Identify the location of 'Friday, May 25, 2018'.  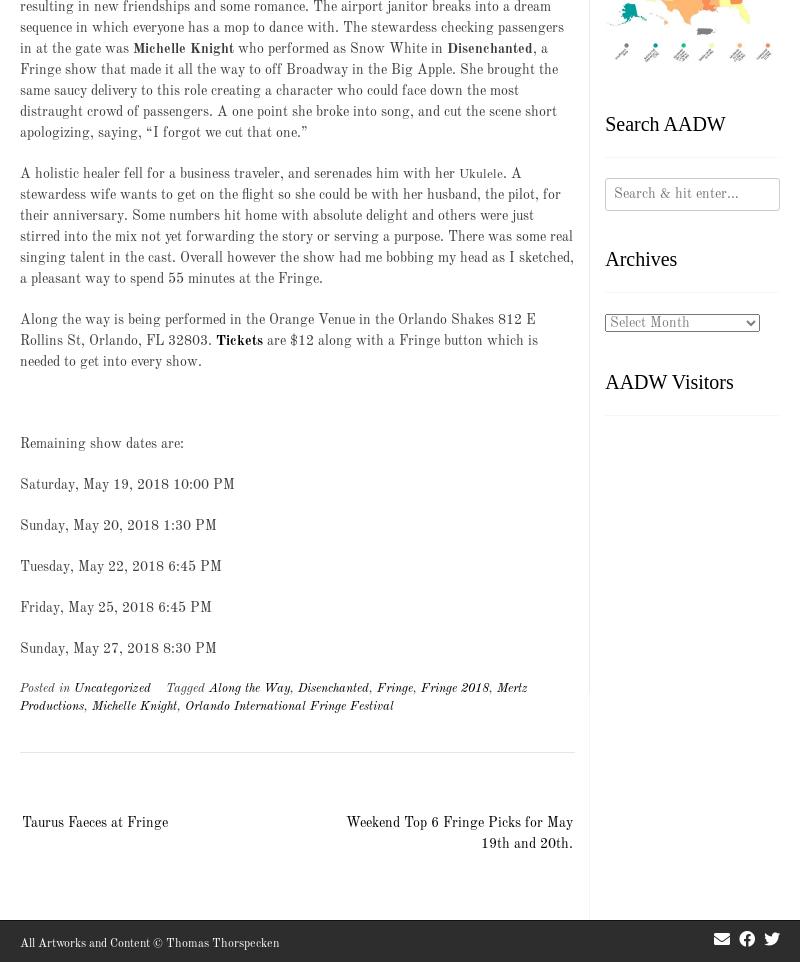
(86, 606).